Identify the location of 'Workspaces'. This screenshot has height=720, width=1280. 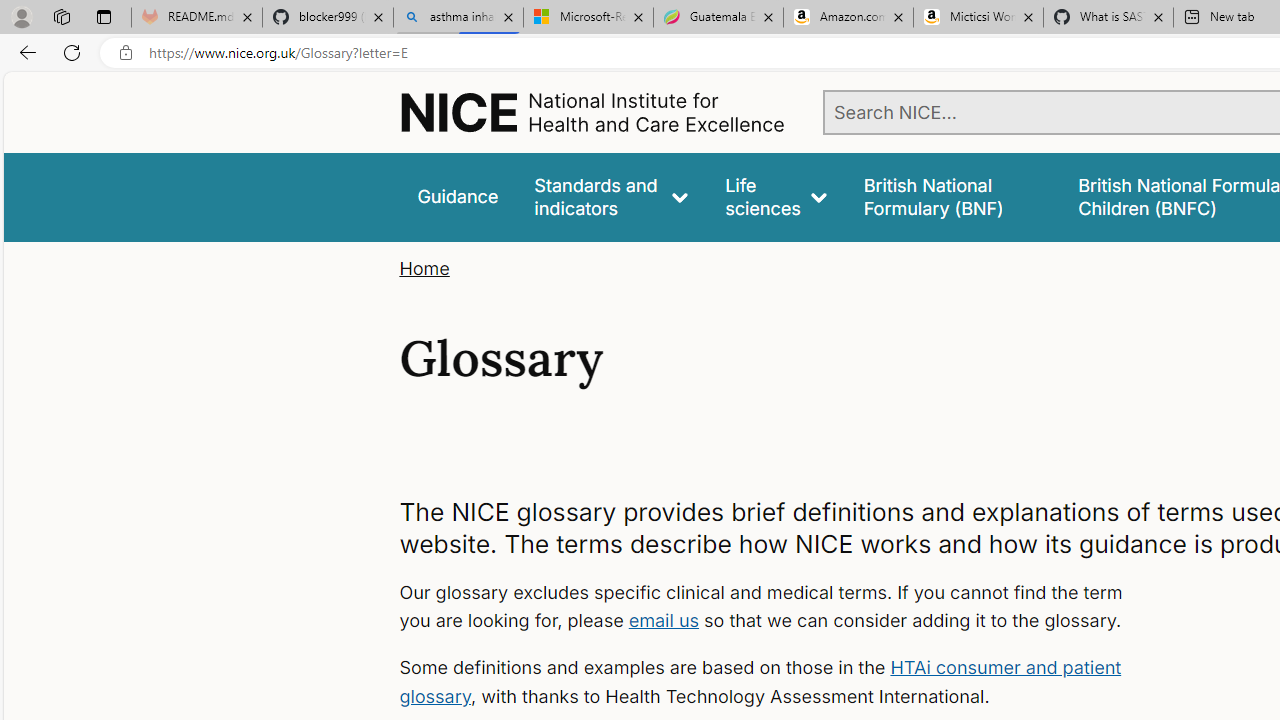
(61, 16).